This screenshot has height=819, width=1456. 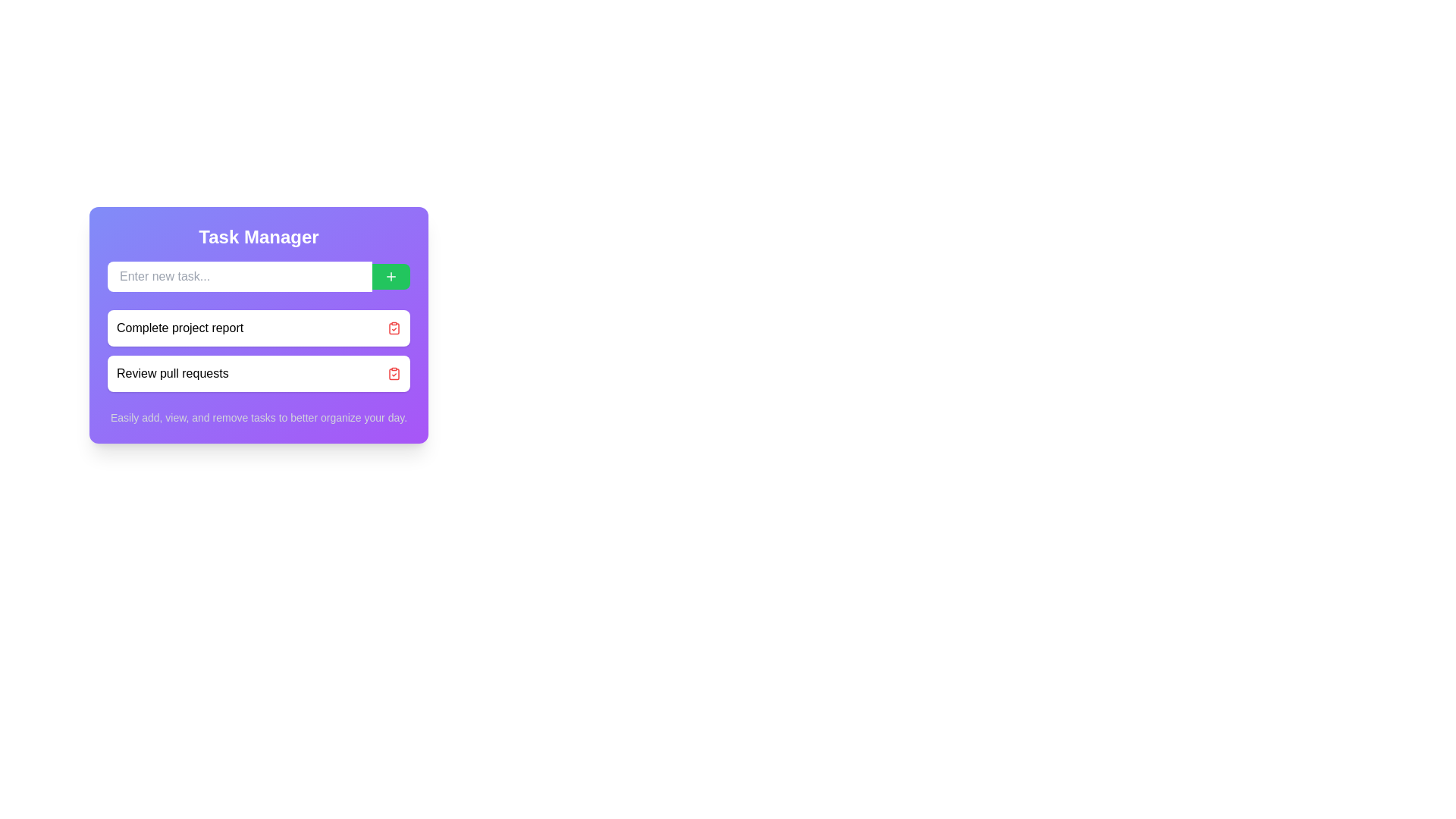 I want to click on to select the Task title label that displays 'Review pull requests', which is positioned centrally within a slightly-rounded rectangle with a white background, so click(x=172, y=374).